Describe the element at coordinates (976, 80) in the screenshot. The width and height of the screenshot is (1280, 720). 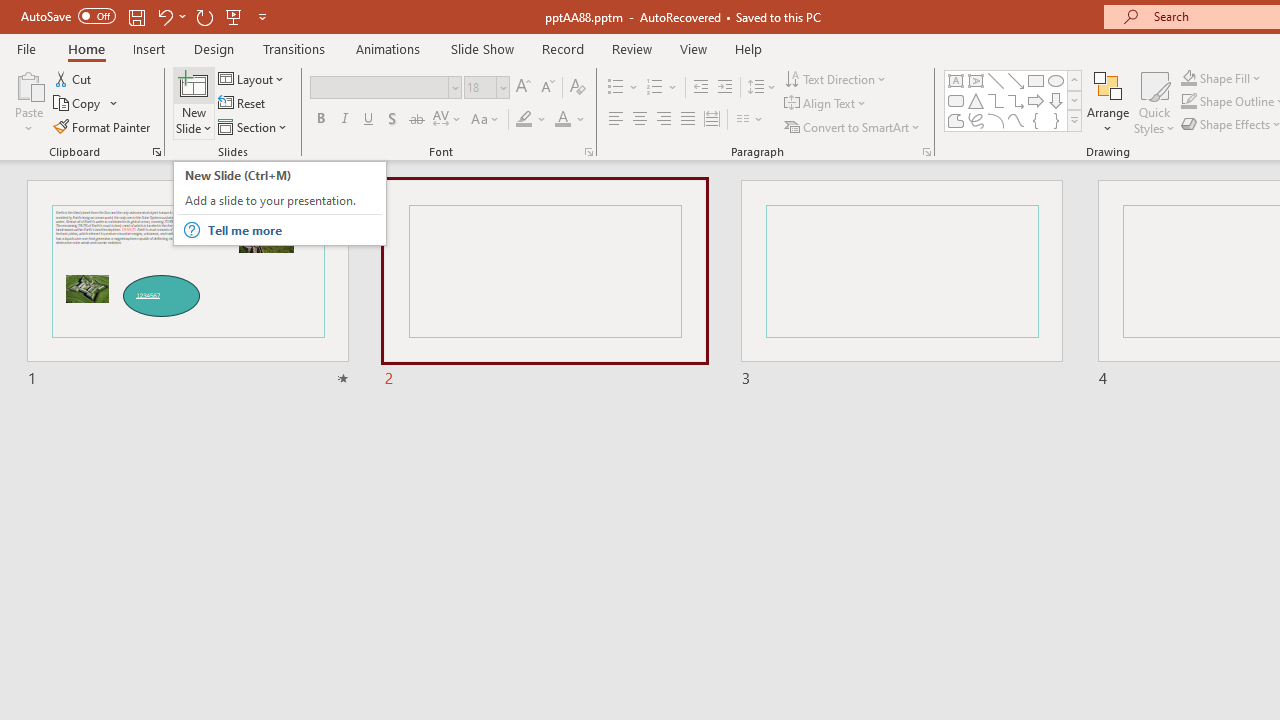
I see `'Vertical Text Box'` at that location.